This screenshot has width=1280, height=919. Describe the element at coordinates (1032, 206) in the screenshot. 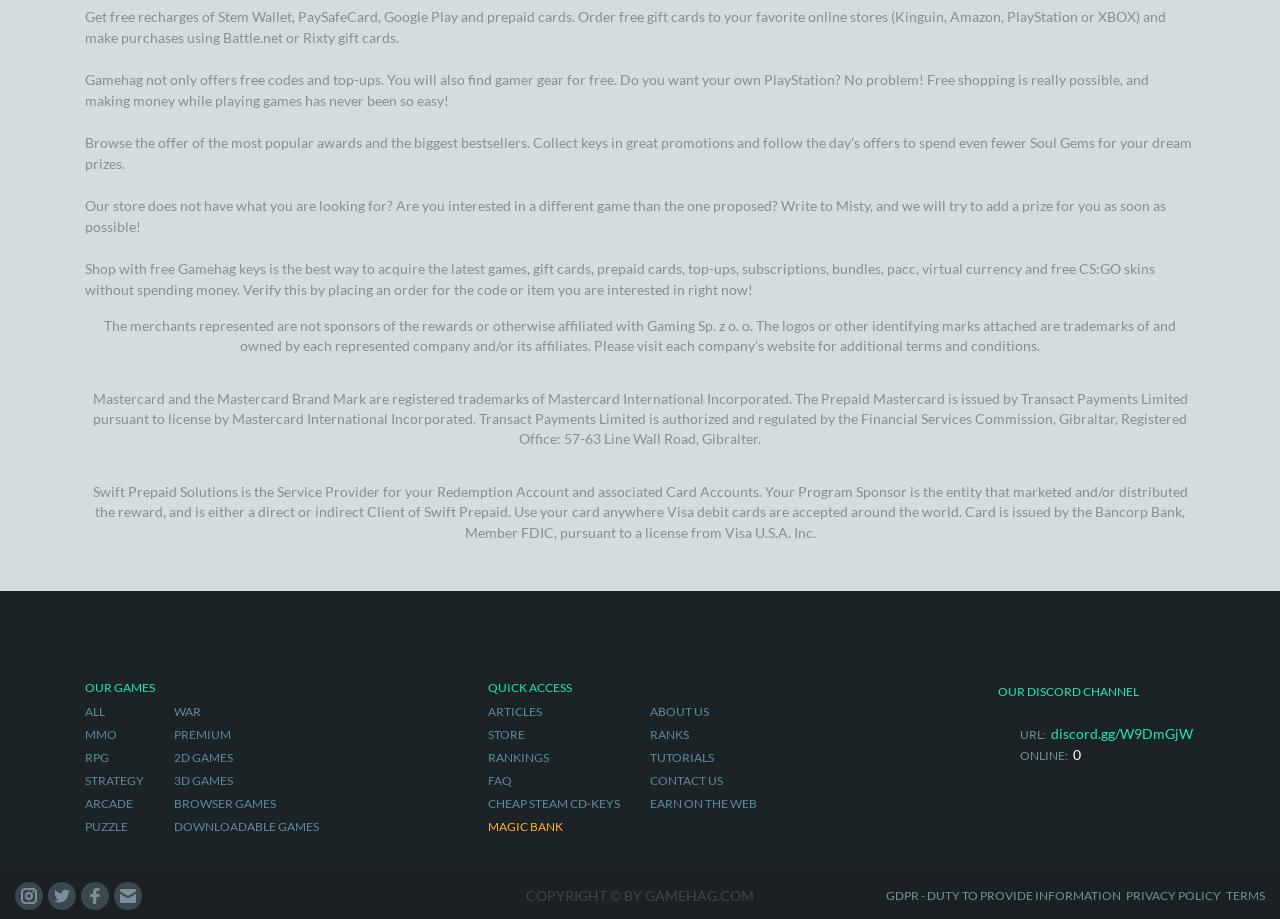

I see `'URL:'` at that location.